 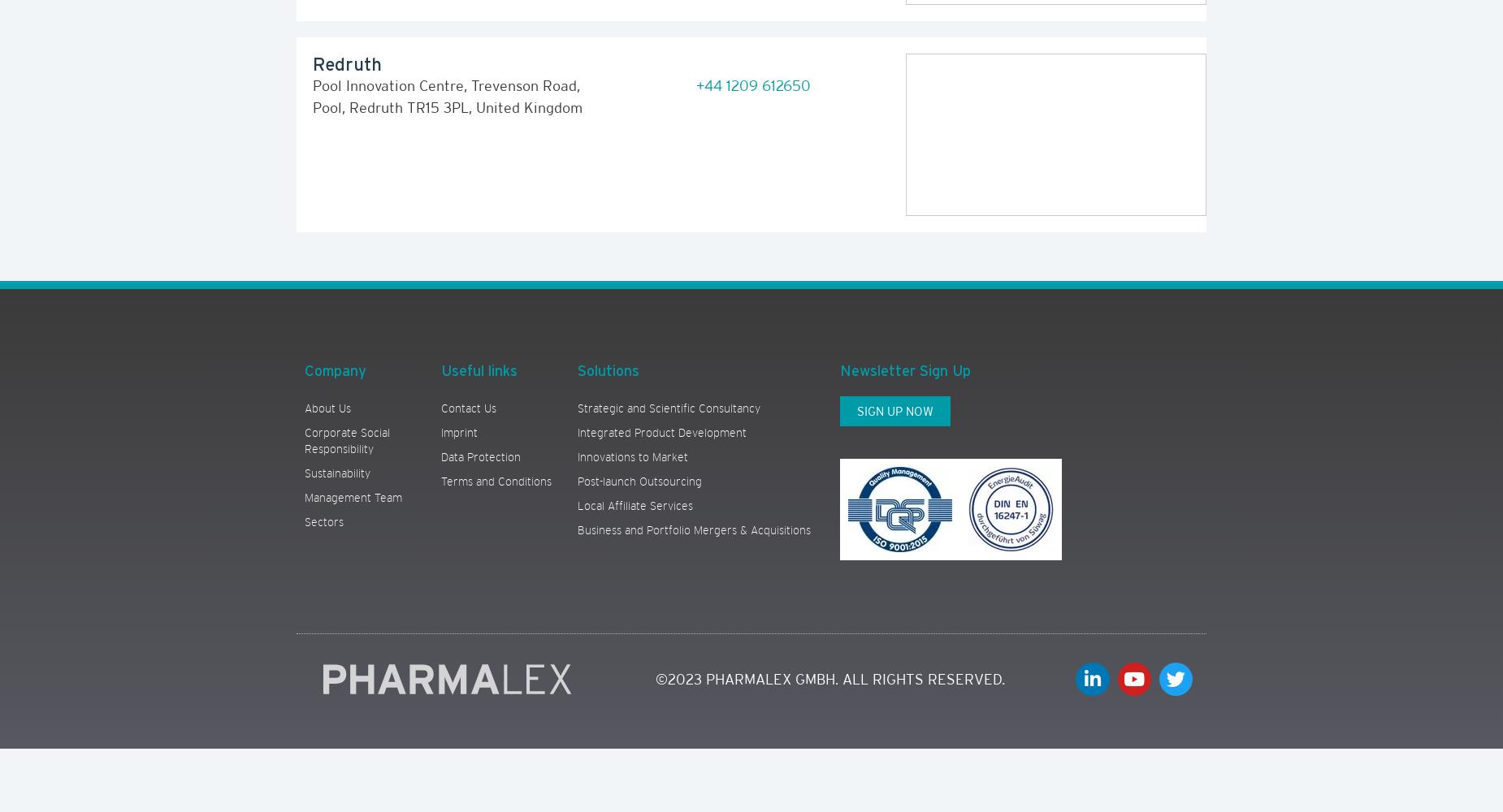 What do you see at coordinates (311, 63) in the screenshot?
I see `'Redruth'` at bounding box center [311, 63].